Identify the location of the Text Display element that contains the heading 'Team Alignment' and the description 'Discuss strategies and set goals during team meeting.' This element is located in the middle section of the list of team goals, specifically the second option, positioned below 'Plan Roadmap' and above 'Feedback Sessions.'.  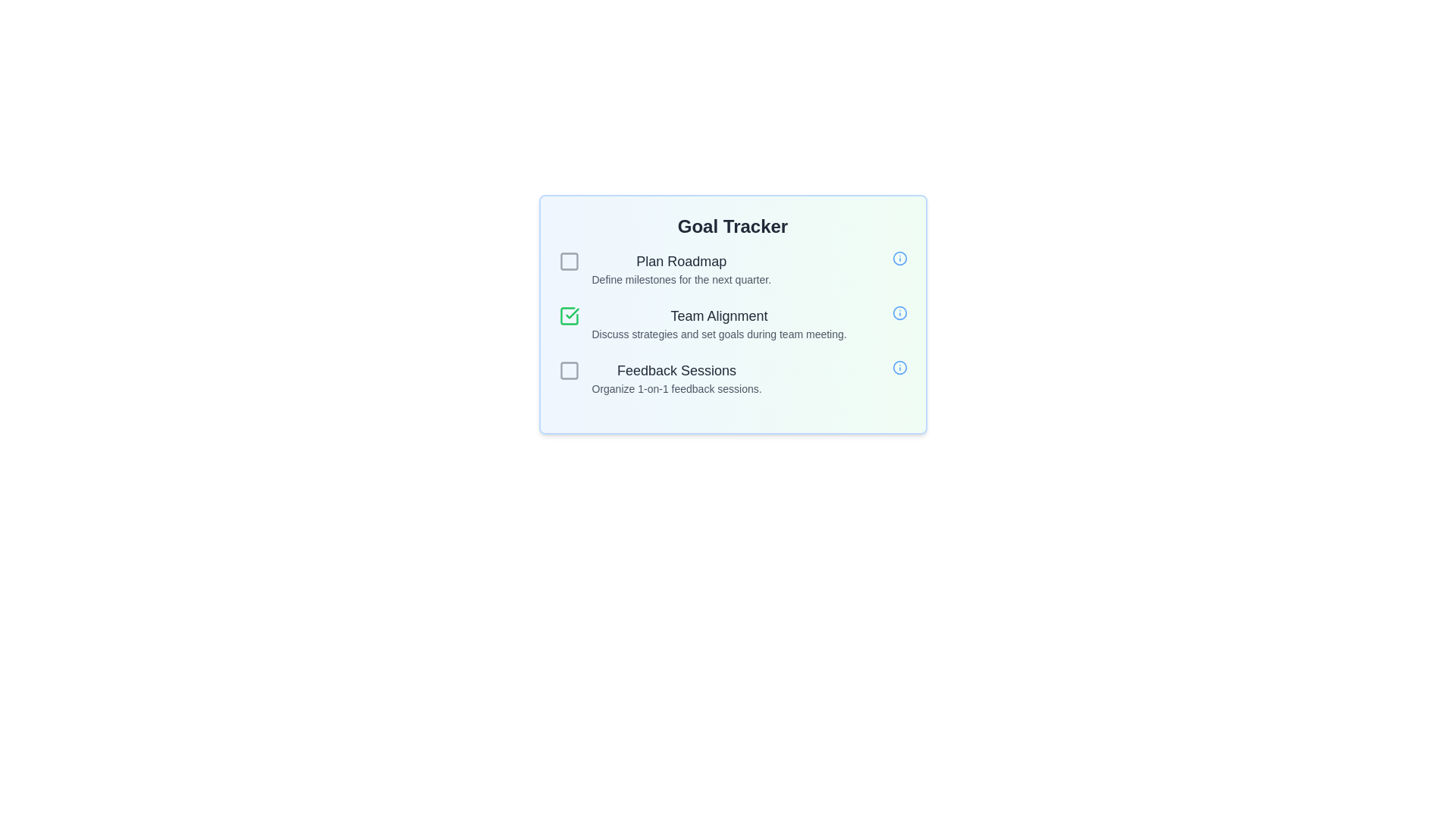
(718, 323).